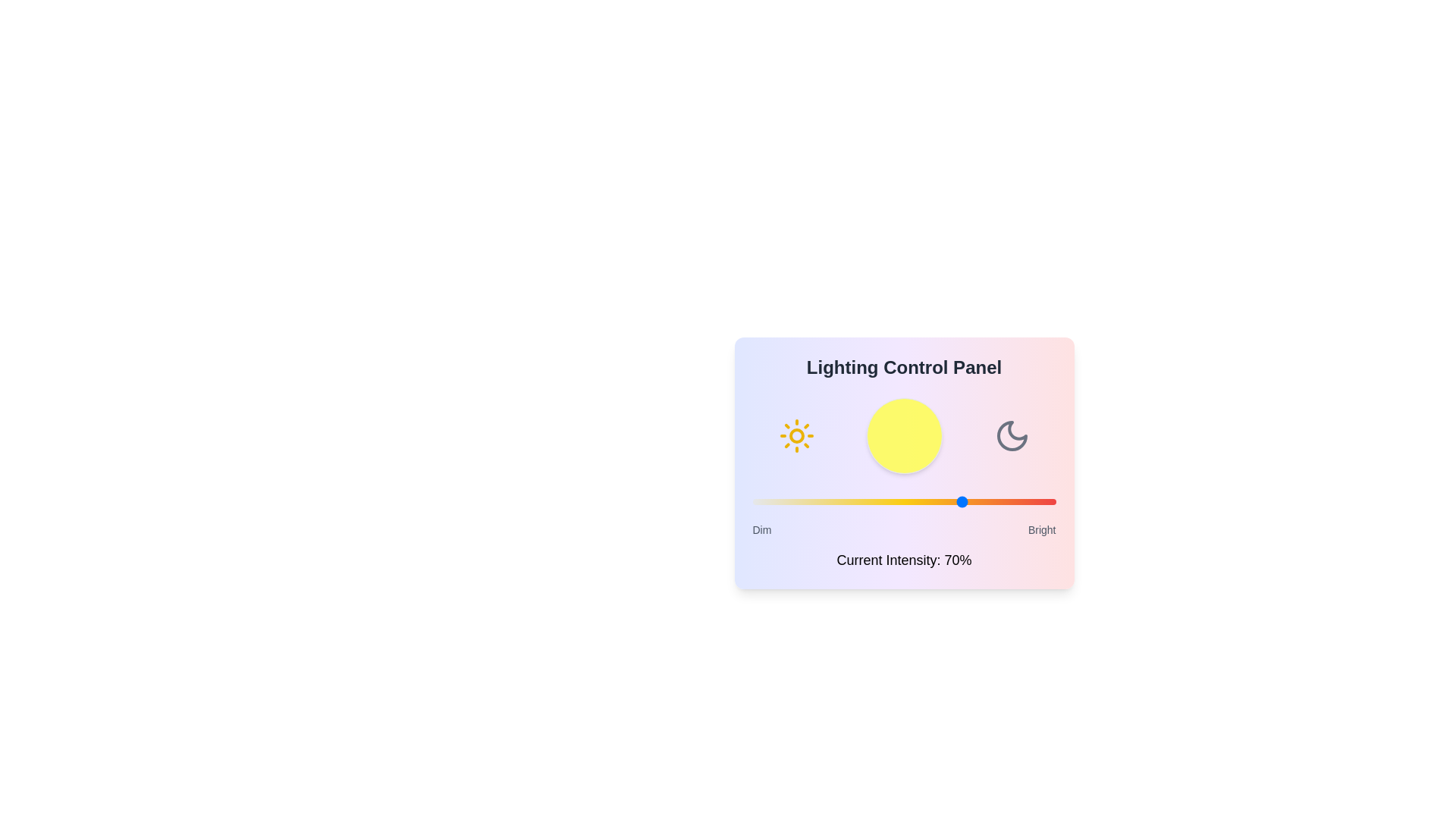  Describe the element at coordinates (752, 502) in the screenshot. I see `the lighting intensity to 0% by dragging the slider` at that location.